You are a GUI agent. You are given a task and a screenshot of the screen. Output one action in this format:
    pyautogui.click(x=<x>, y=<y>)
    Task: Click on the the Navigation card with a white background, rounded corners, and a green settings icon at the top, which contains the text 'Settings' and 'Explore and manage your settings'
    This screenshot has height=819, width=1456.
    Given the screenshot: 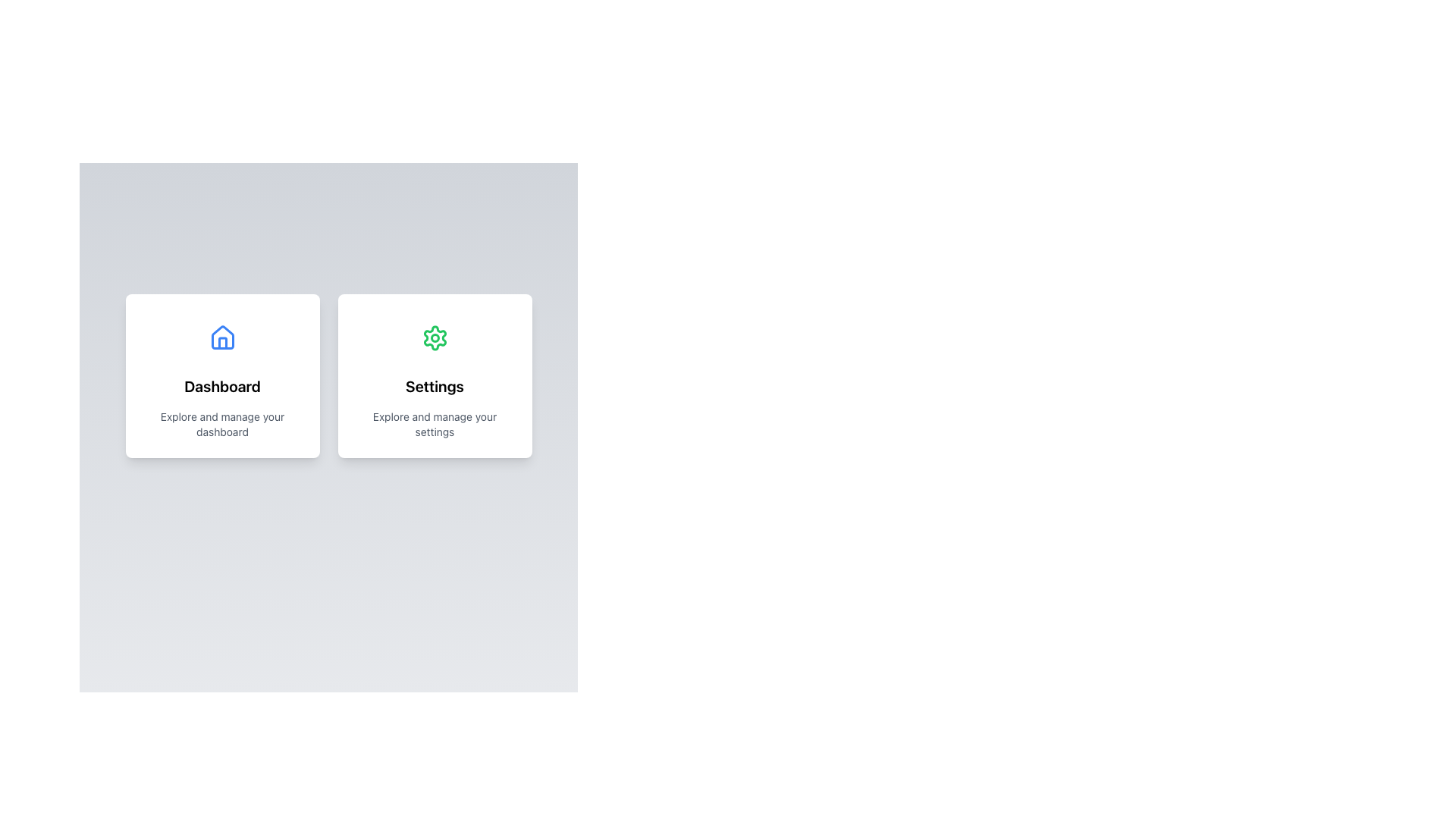 What is the action you would take?
    pyautogui.click(x=434, y=375)
    